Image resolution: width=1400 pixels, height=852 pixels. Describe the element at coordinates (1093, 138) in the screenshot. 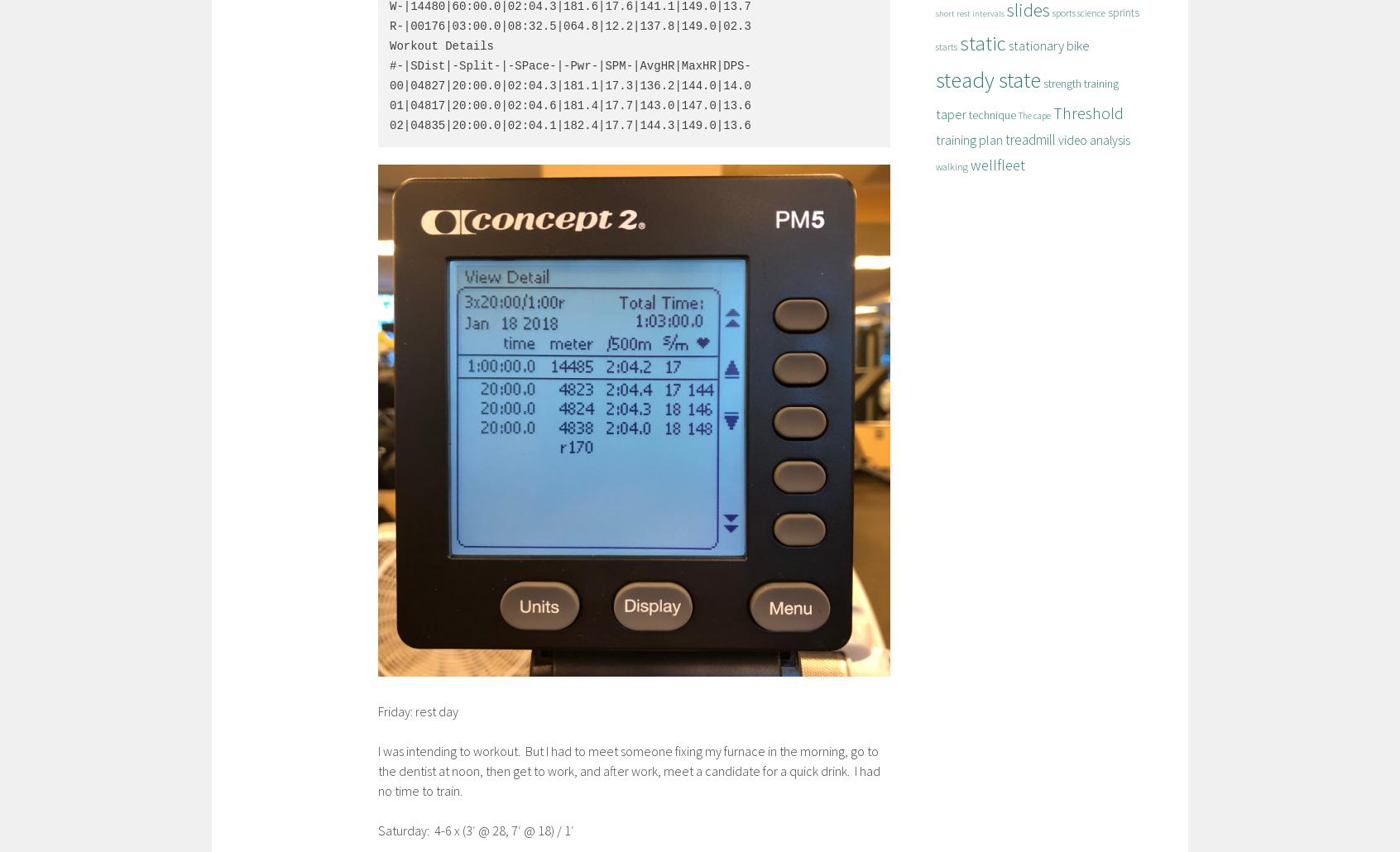

I see `'video analysis'` at that location.